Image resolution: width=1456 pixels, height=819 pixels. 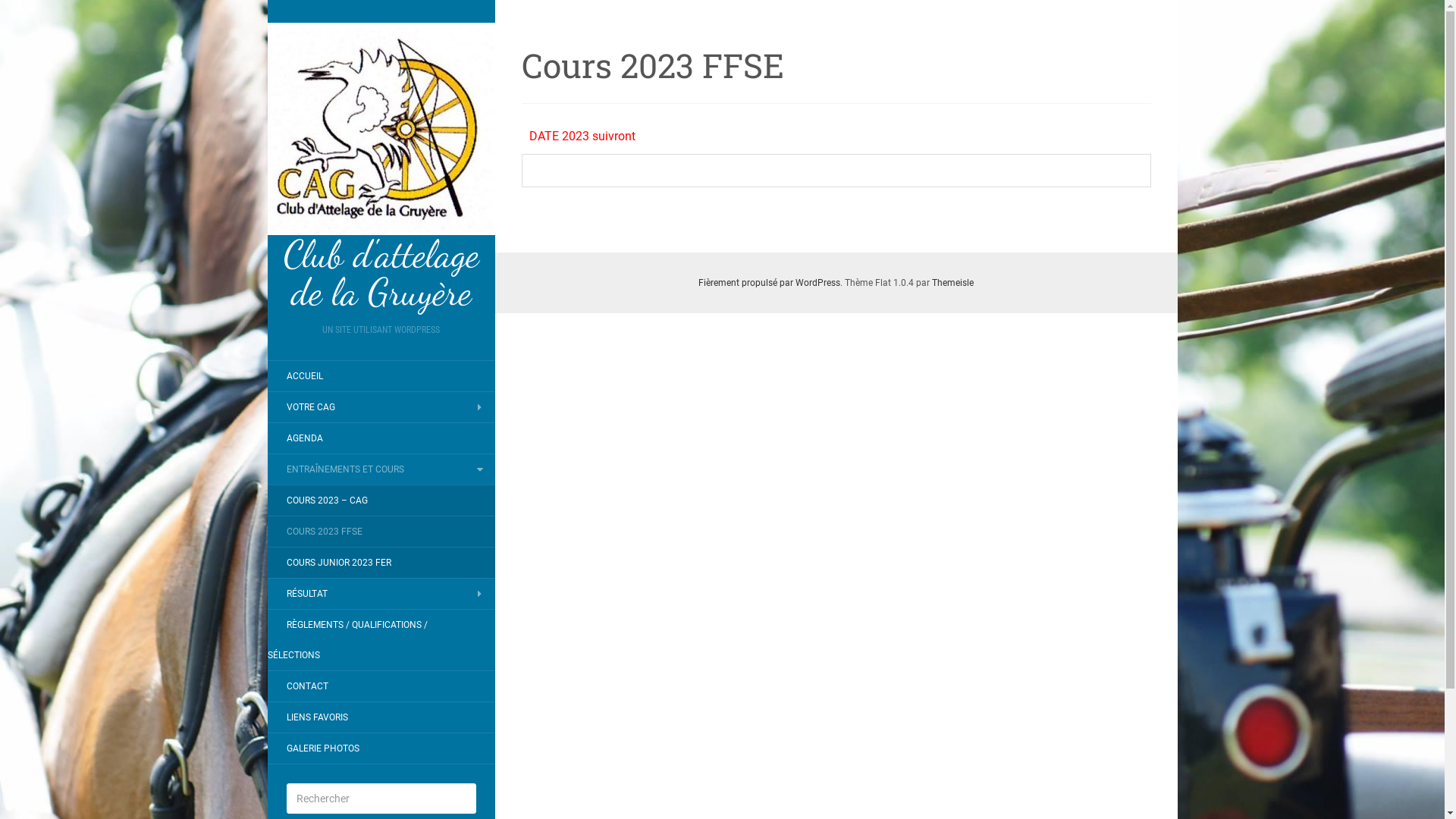 I want to click on 'COURS 2023 FFSE', so click(x=266, y=531).